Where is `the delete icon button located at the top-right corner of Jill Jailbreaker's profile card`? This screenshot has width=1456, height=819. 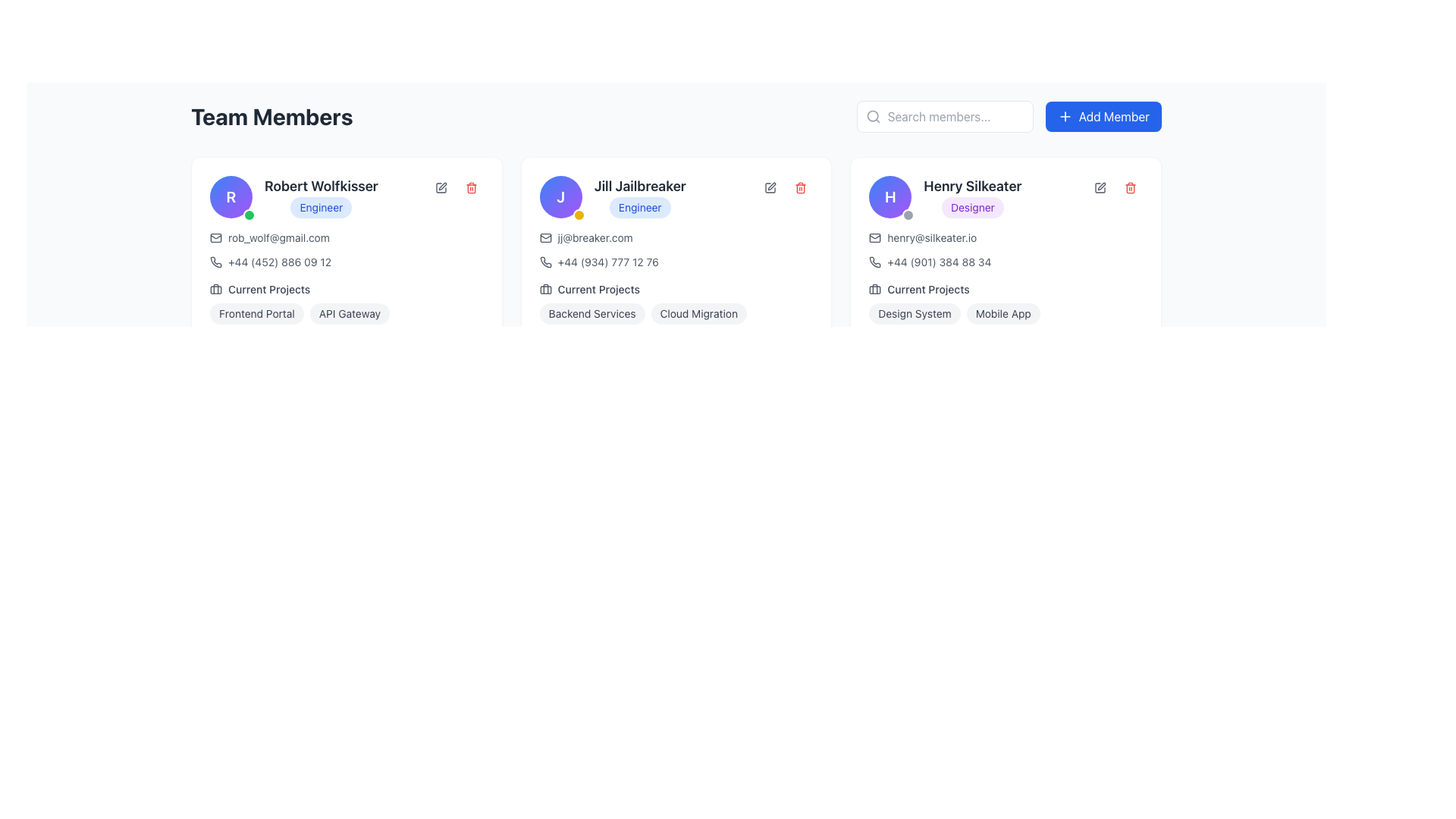 the delete icon button located at the top-right corner of Jill Jailbreaker's profile card is located at coordinates (800, 187).